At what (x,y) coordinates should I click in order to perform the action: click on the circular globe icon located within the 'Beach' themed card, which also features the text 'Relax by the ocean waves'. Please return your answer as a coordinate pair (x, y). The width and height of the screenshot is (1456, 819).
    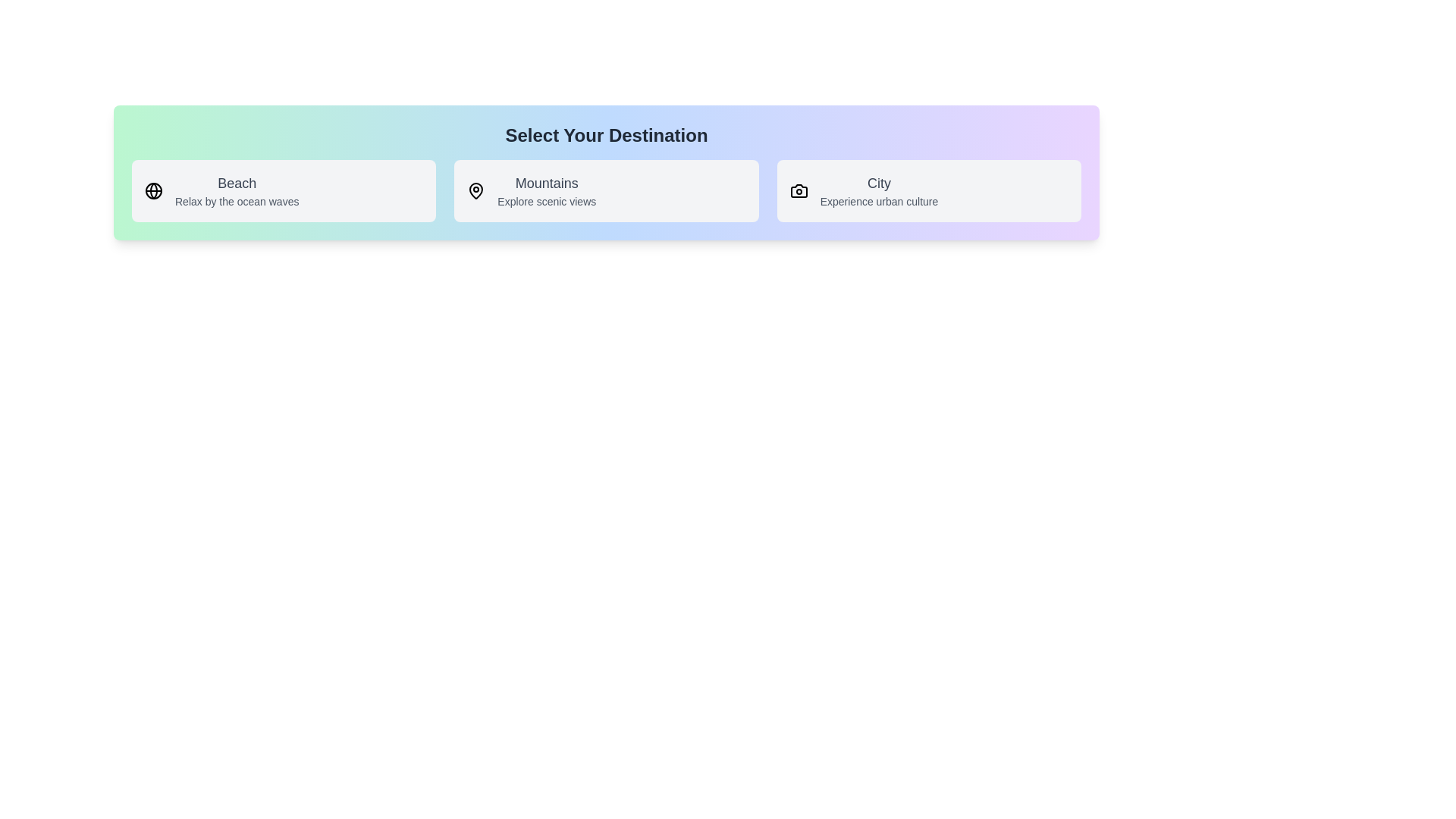
    Looking at the image, I should click on (153, 190).